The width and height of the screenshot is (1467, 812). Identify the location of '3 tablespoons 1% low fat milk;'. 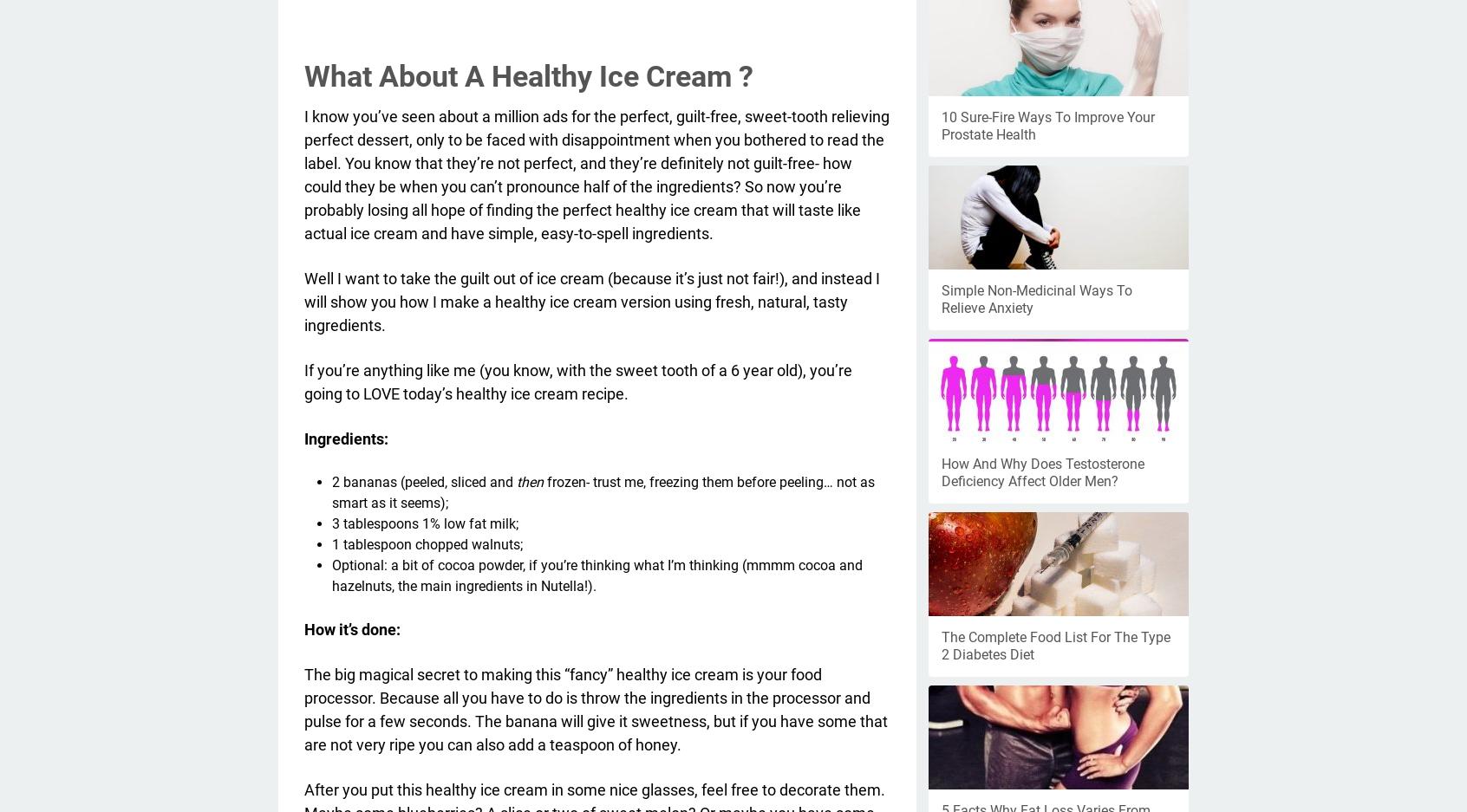
(424, 522).